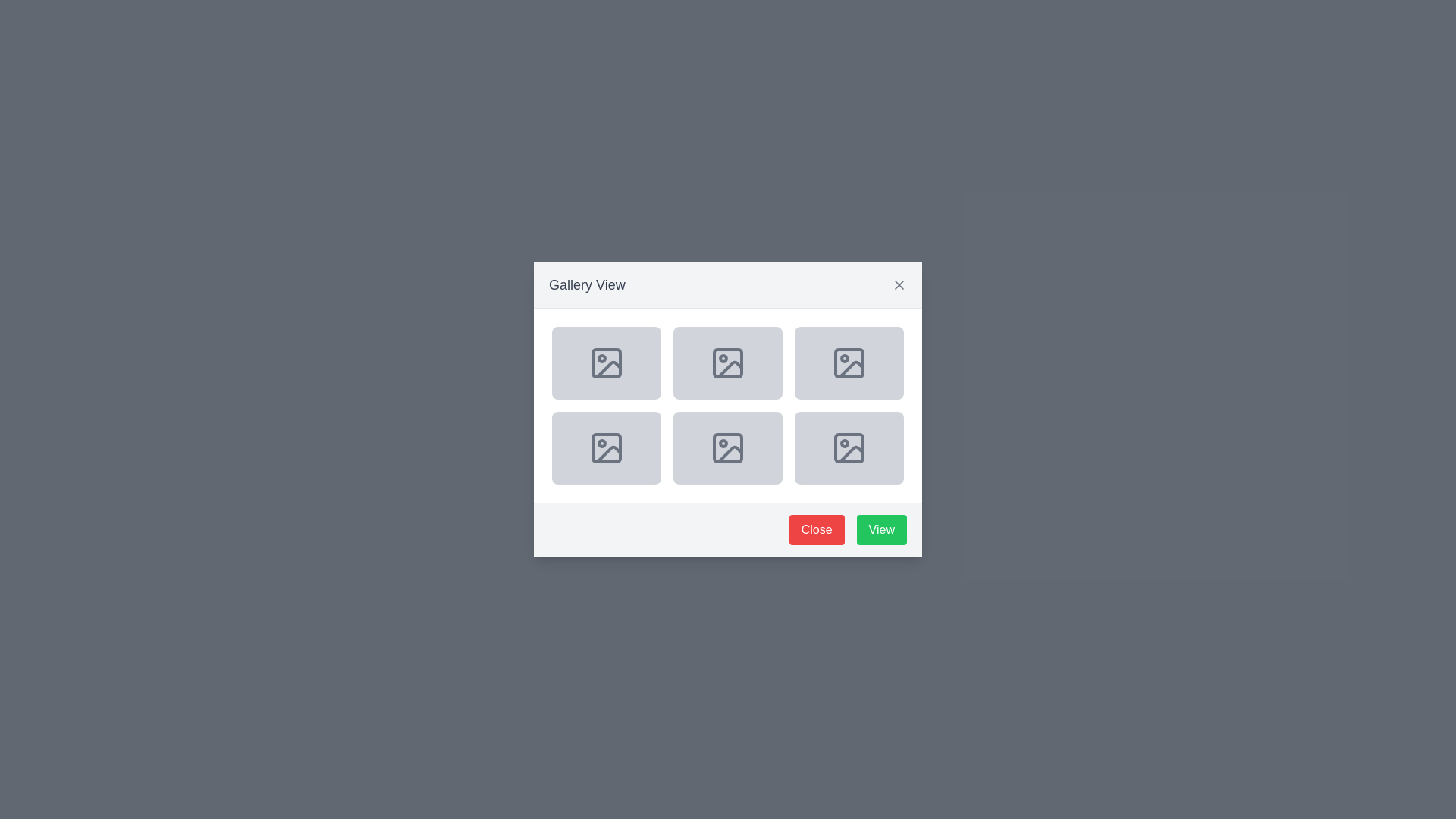 This screenshot has width=1456, height=819. I want to click on the Icon placeholder located in the second column and third row of the gallery grid within the 'Gallery View' modal, so click(728, 447).